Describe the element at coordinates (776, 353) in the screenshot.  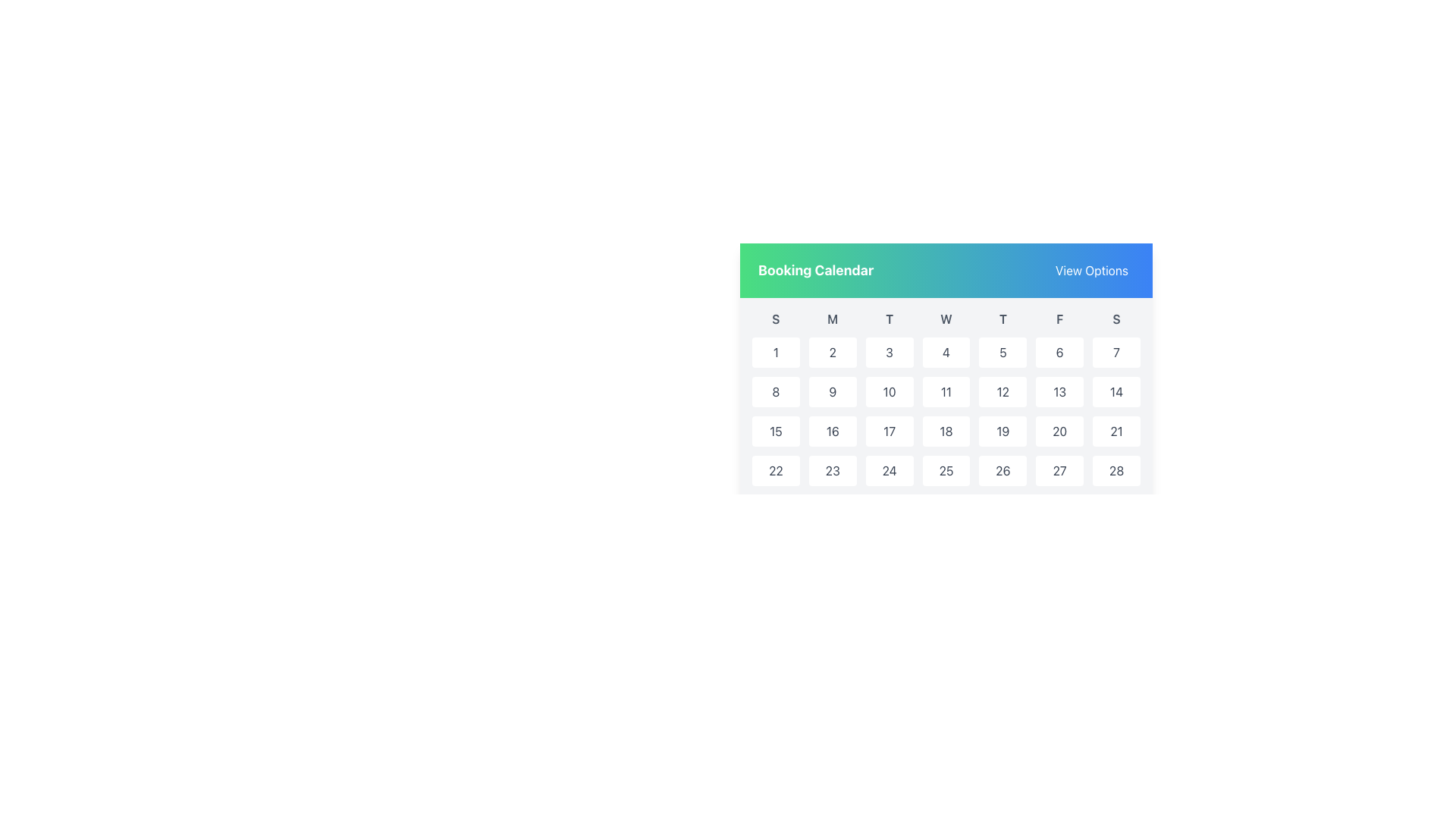
I see `the text label displaying the number '1' within the Sunday column of the calendar to possibly reveal additional details` at that location.